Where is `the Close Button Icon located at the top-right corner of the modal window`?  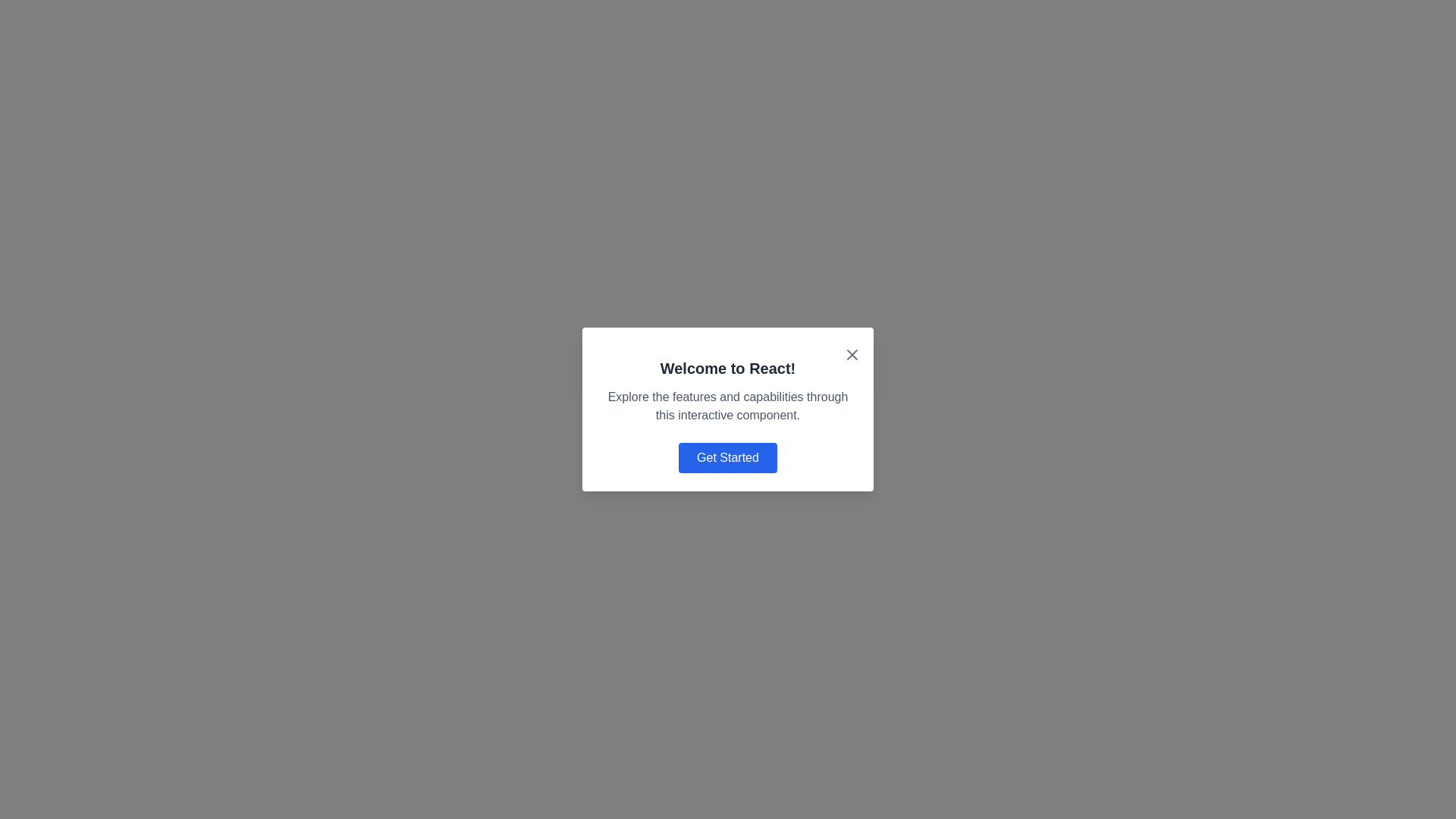 the Close Button Icon located at the top-right corner of the modal window is located at coordinates (852, 354).